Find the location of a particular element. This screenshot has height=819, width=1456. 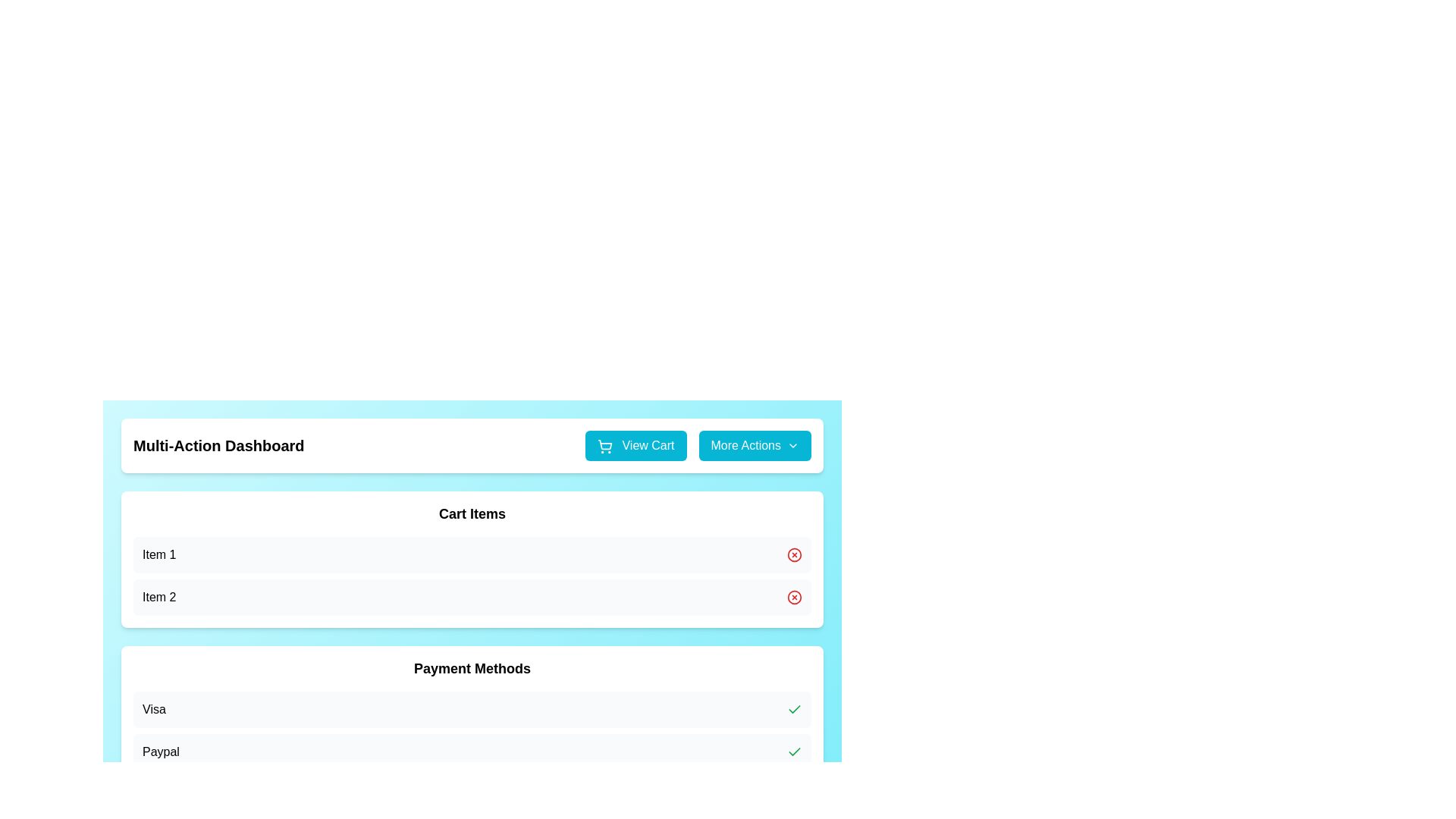

the text label reading 'Multi-Action Dashboard' which is styled with bold and large font and positioned at the upper left corner of its section is located at coordinates (218, 444).